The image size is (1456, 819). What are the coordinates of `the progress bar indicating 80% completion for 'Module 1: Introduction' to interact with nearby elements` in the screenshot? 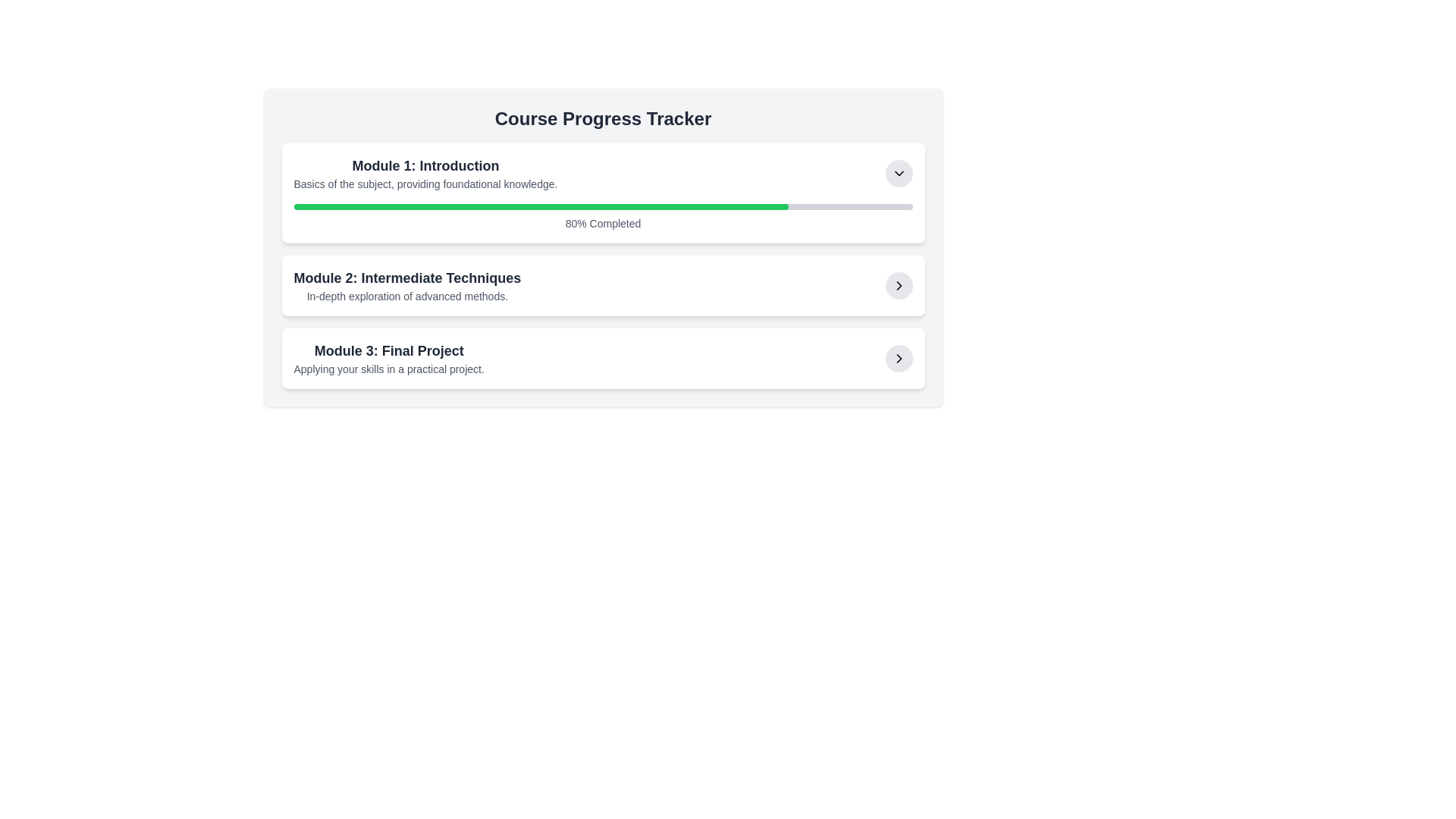 It's located at (602, 207).